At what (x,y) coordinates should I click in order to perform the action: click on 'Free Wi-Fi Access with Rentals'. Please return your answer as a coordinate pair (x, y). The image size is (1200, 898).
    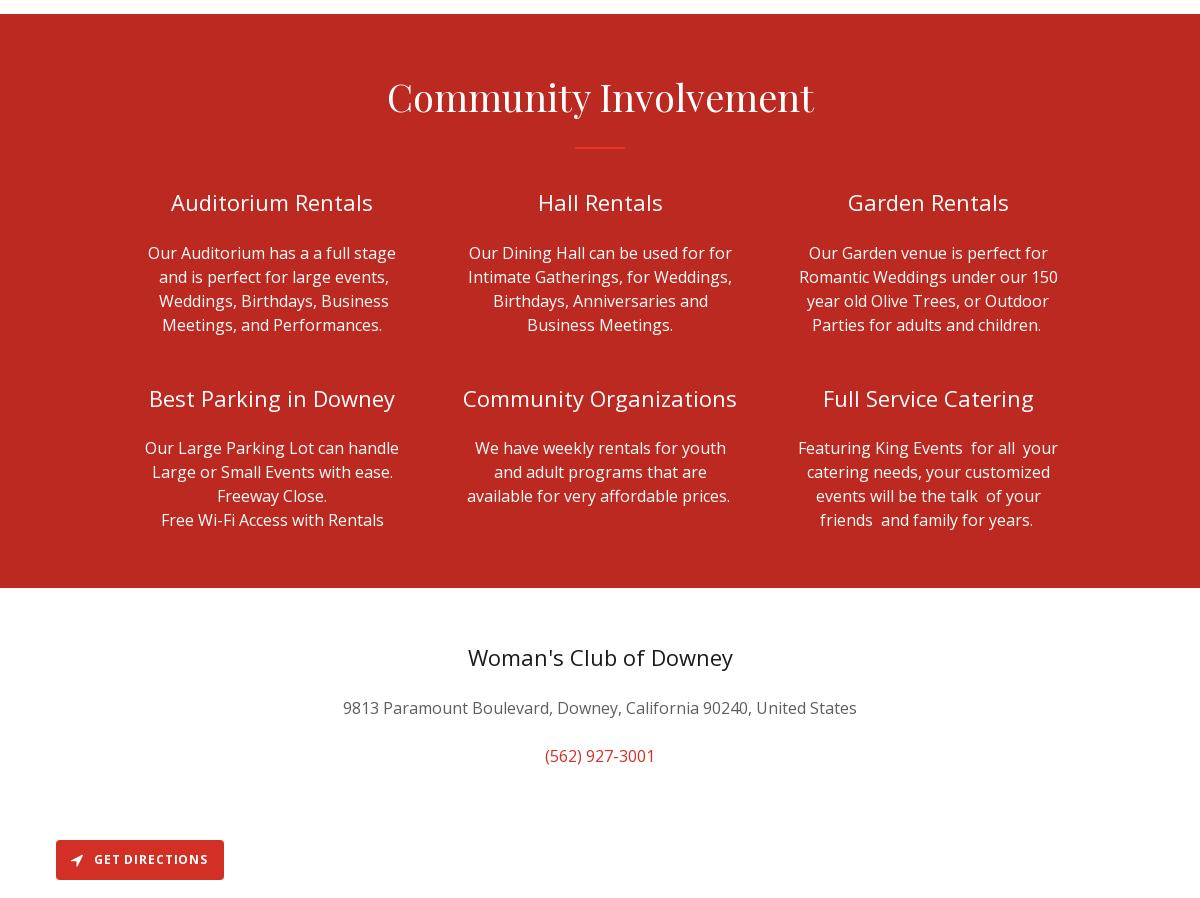
    Looking at the image, I should click on (270, 519).